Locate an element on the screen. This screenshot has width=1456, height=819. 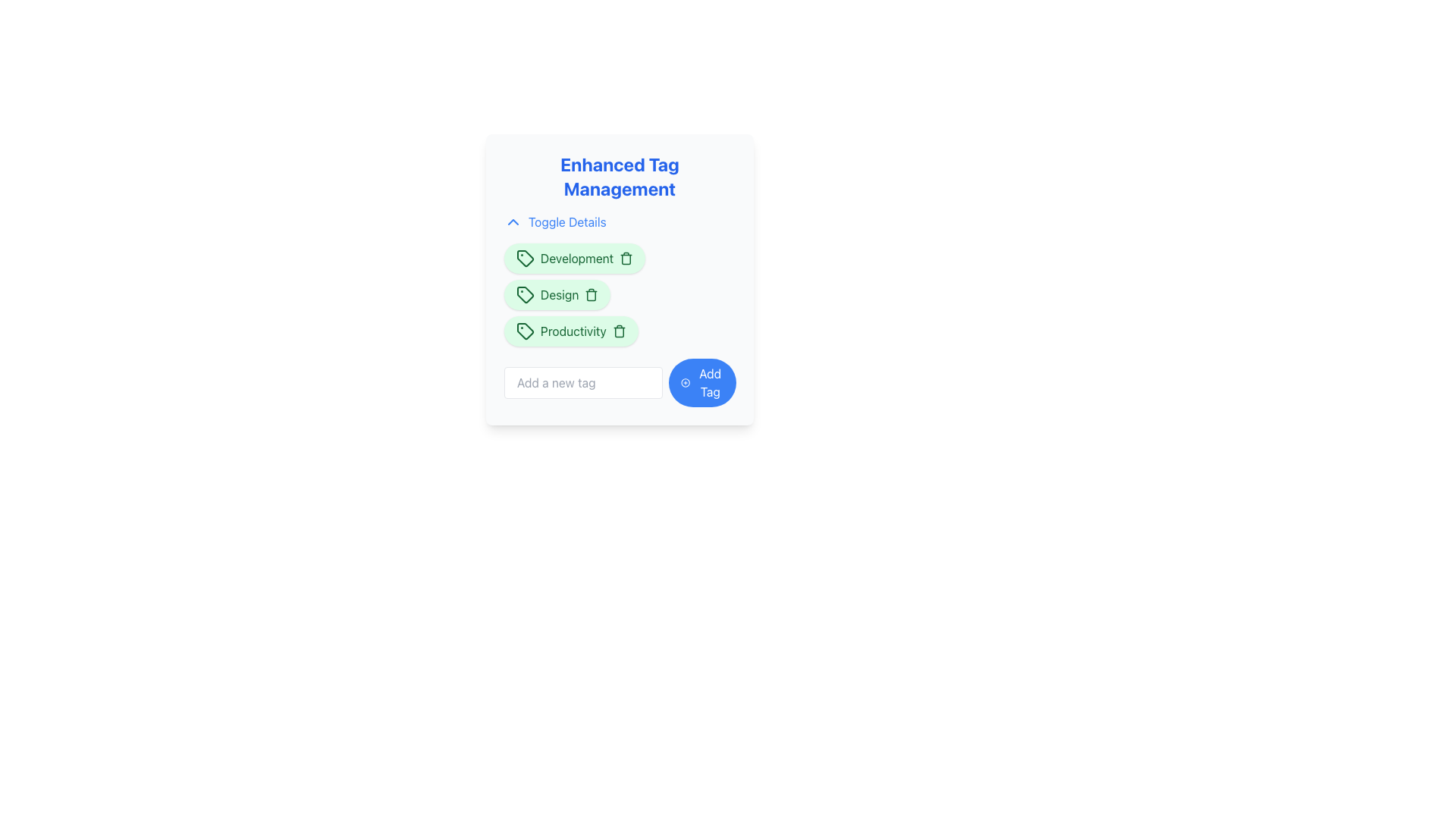
the graphical icon representing the 'Development' tag, which is positioned to the left of the 'Development' text in the 'Enhanced Tag Management' section is located at coordinates (525, 257).